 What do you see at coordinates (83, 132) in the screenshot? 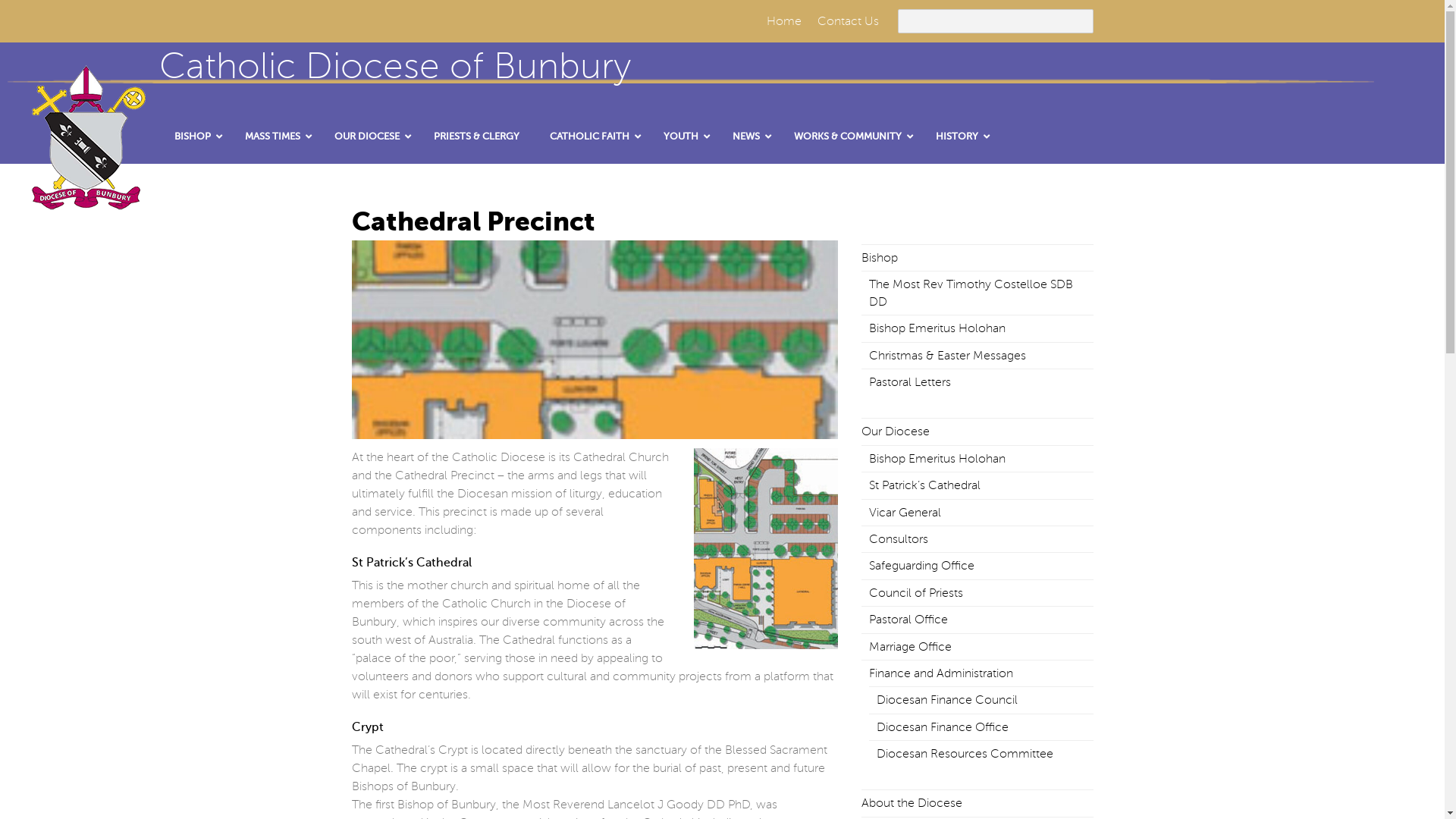
I see `'crestLogo-resized'` at bounding box center [83, 132].